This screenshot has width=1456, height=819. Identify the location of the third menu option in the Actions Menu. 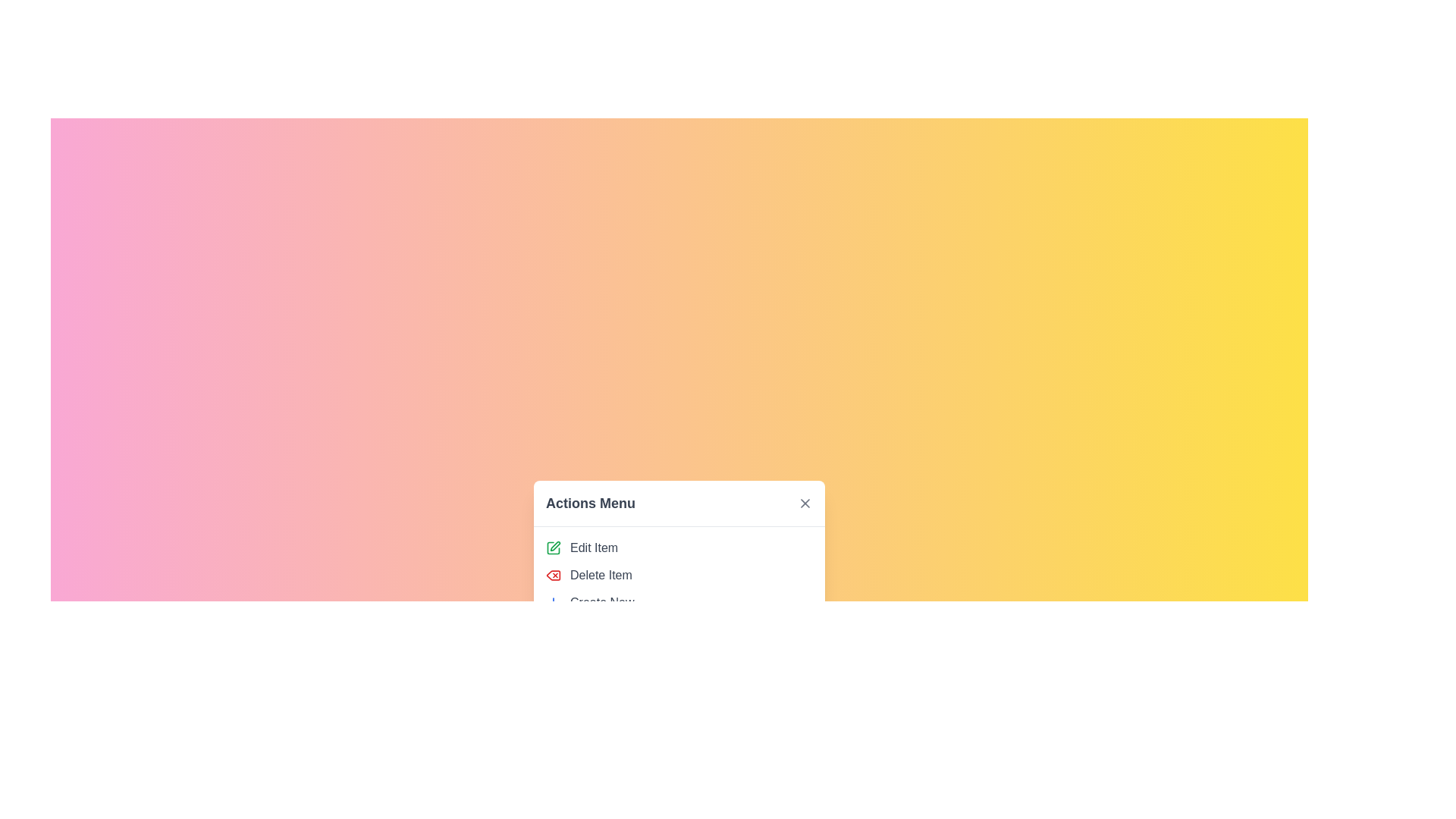
(679, 601).